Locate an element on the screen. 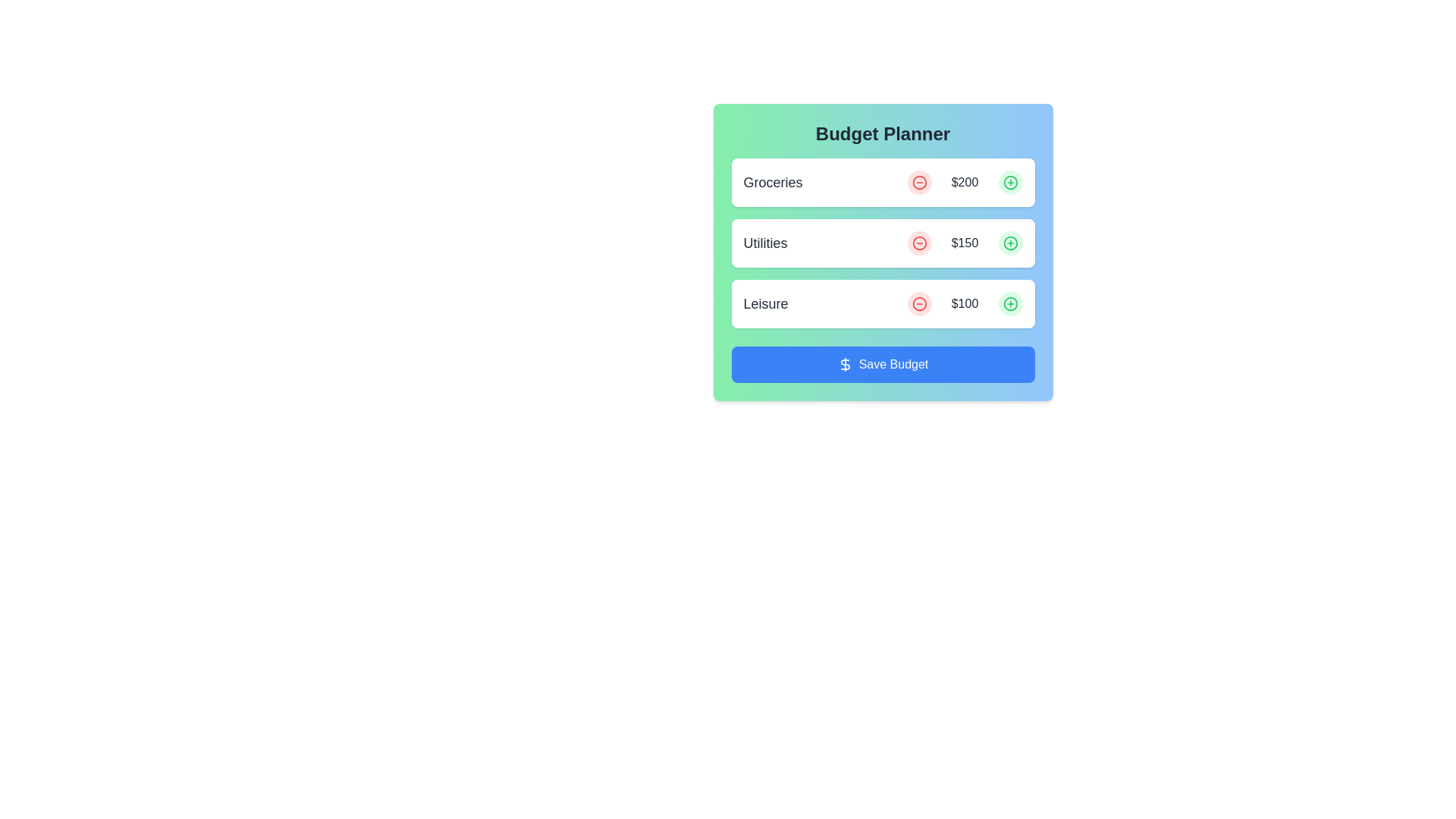 The image size is (1456, 819). the green outlined circular button with a '+' icon to initiate an add action is located at coordinates (1010, 242).